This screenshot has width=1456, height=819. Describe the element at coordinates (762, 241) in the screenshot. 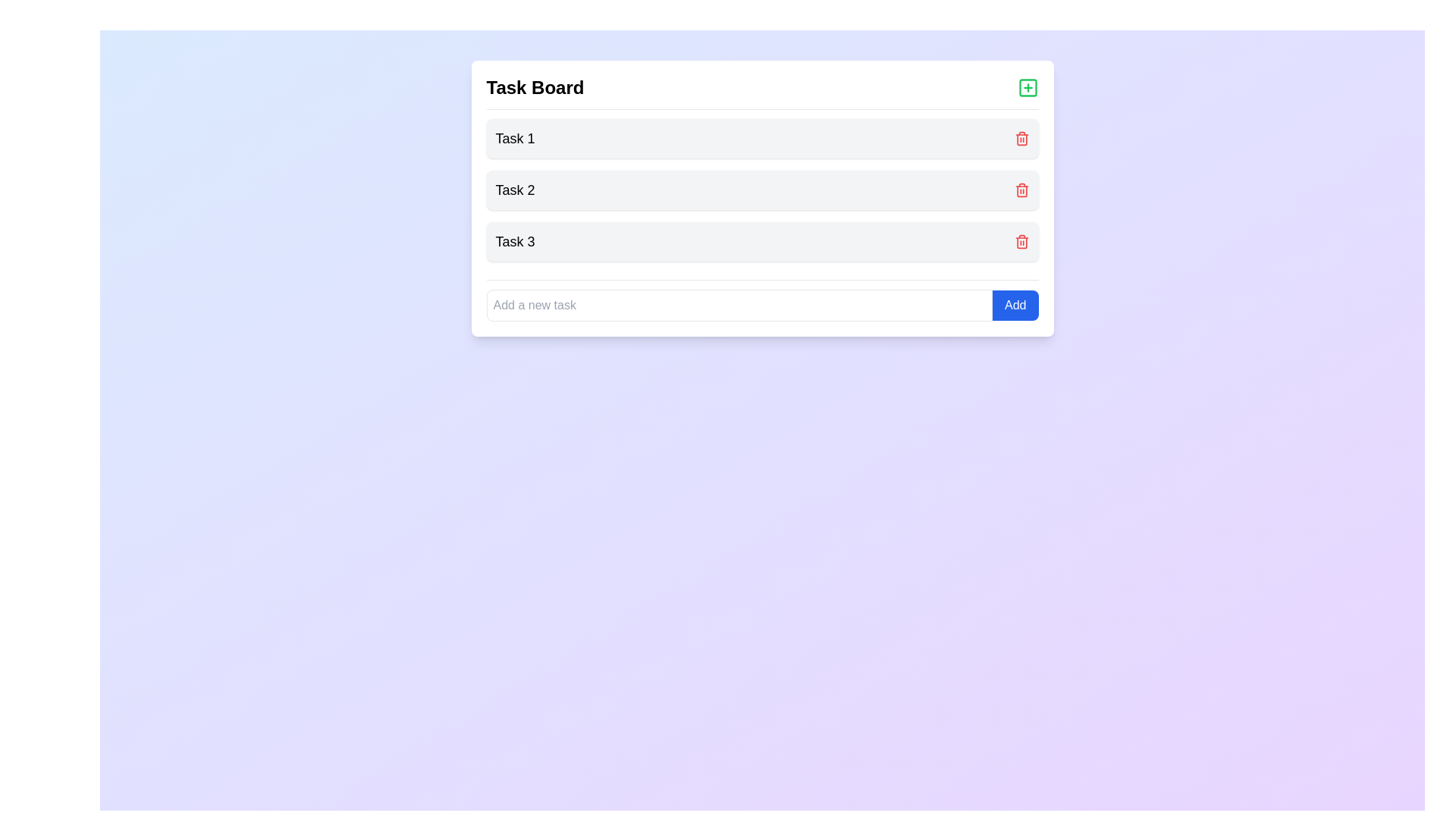

I see `to select the task 'Task 3' located in the task list of the 'Task Board'` at that location.